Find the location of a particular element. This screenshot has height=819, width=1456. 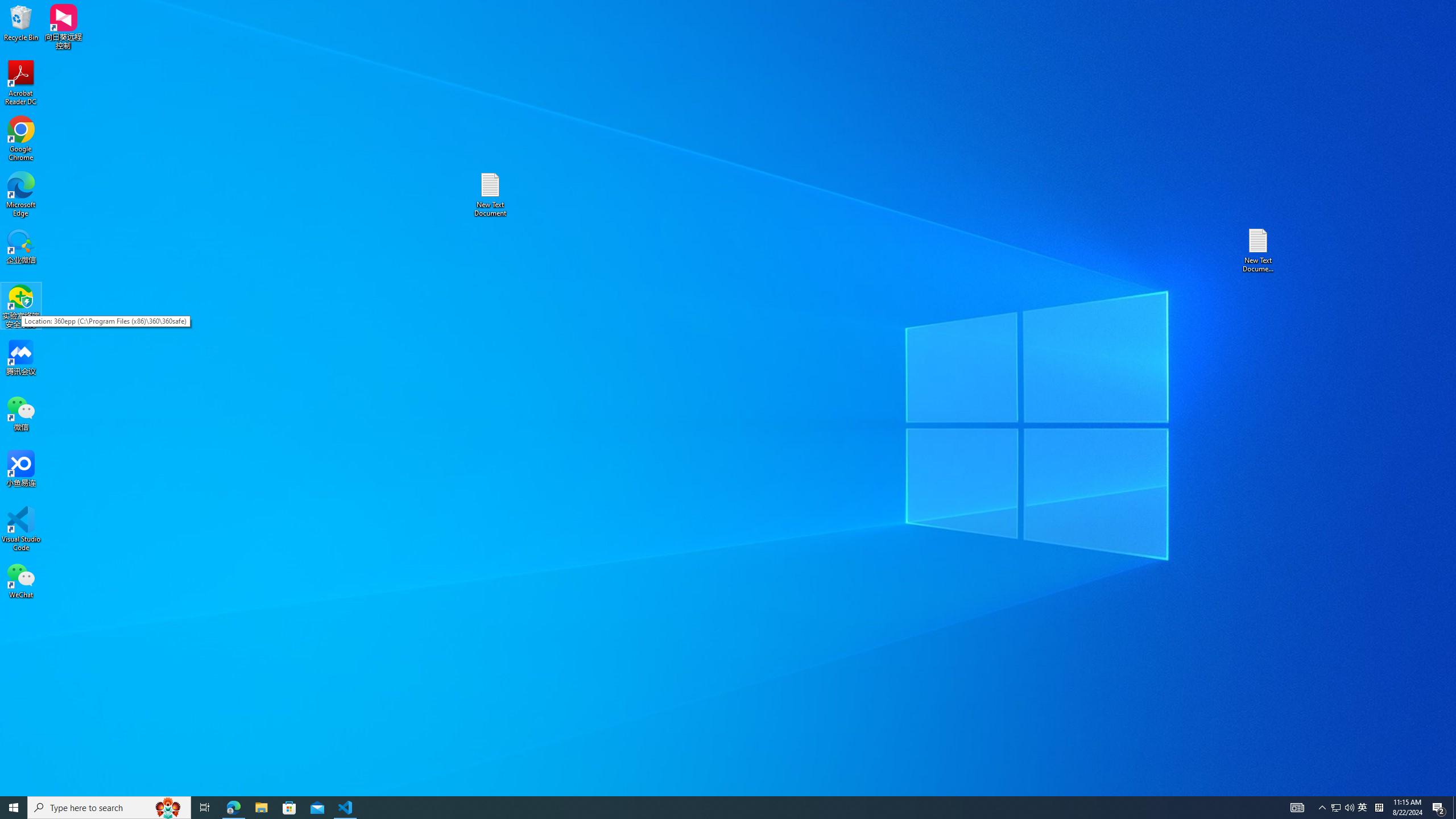

'WeChat' is located at coordinates (20, 580).